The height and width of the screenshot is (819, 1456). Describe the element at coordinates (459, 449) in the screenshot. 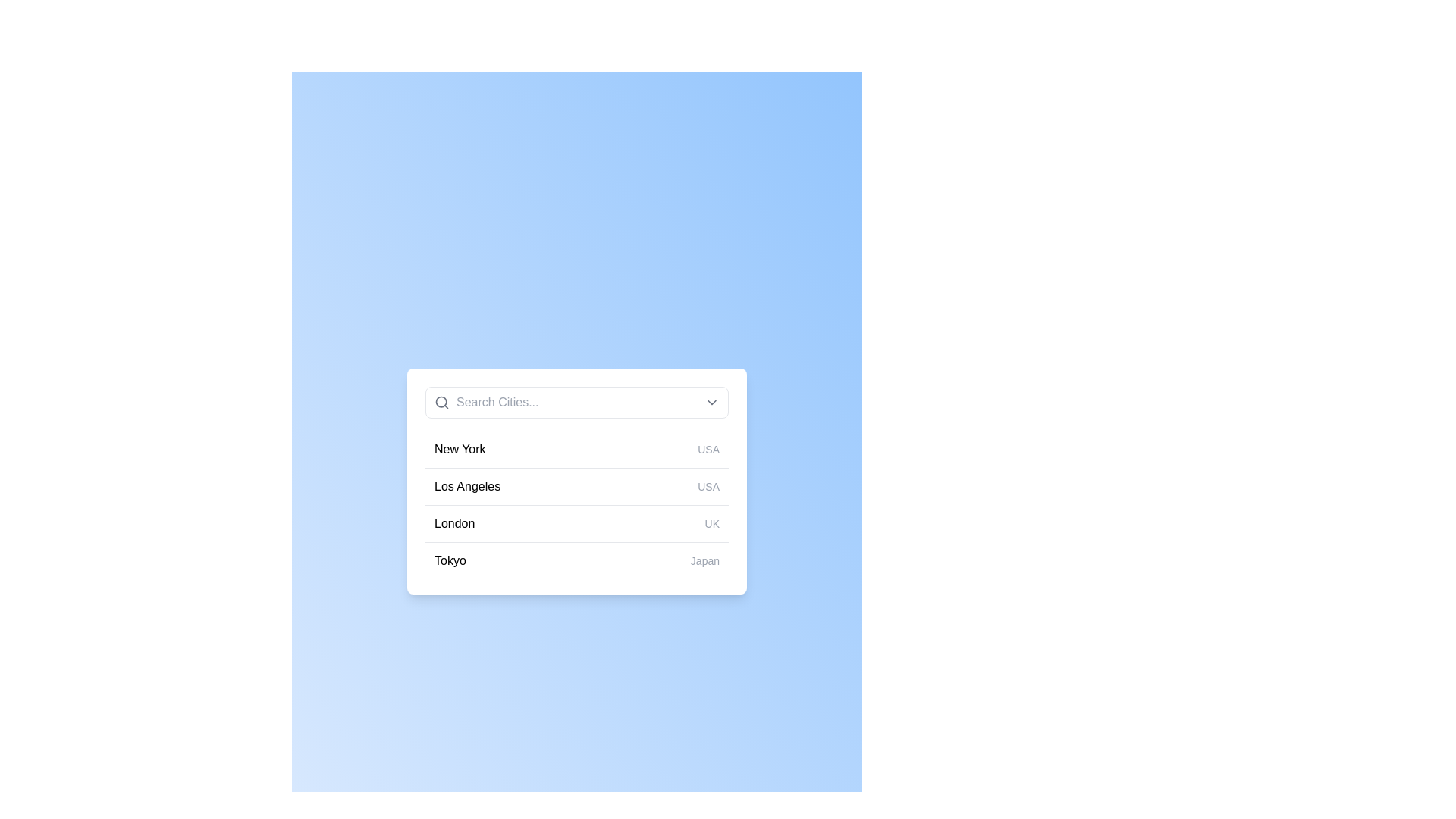

I see `the text label displaying 'New York', which is styled in bold and positioned to the left in a dropdown list, adjacent to the label 'USA'` at that location.